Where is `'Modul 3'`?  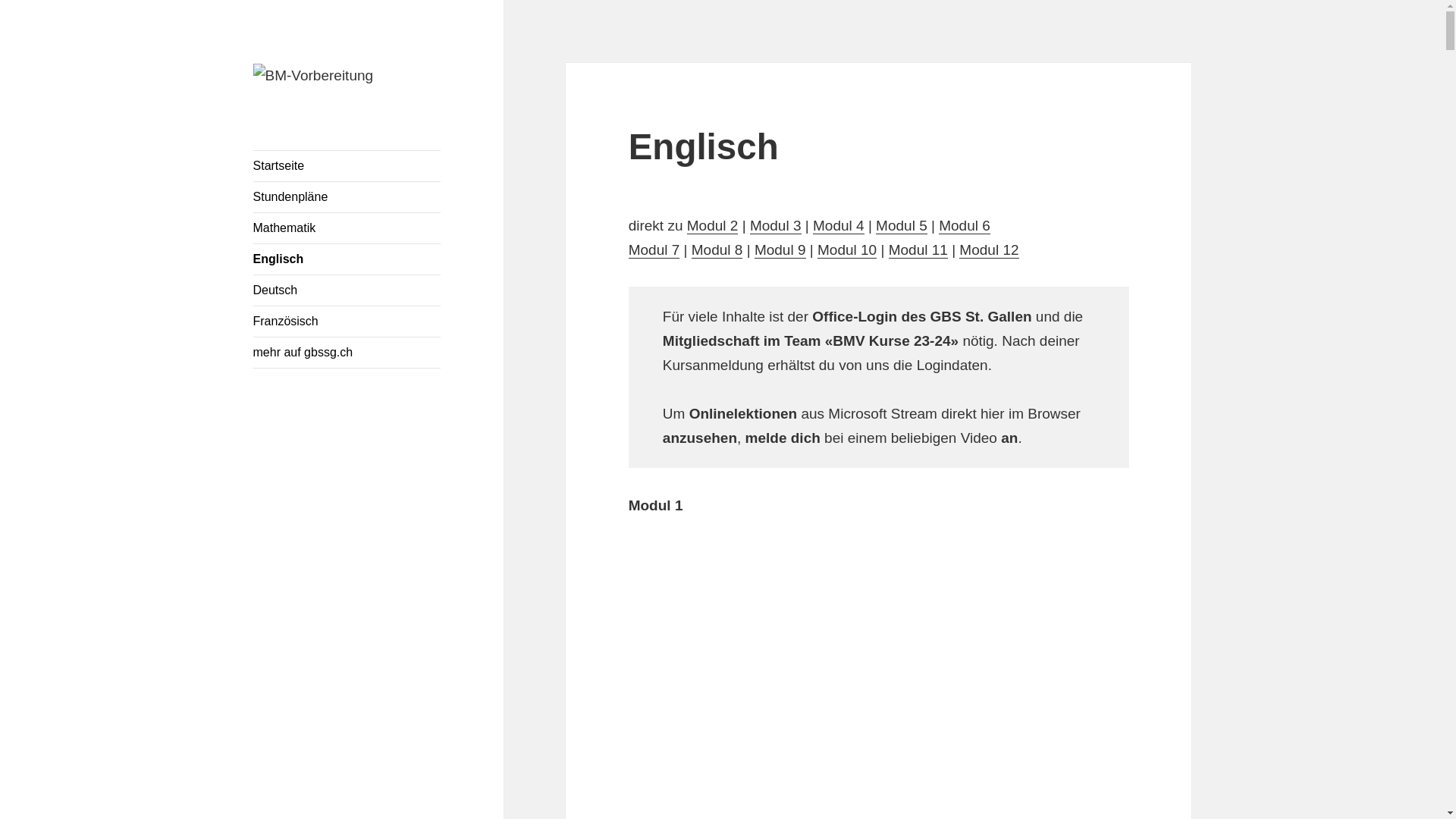
'Modul 3' is located at coordinates (775, 225).